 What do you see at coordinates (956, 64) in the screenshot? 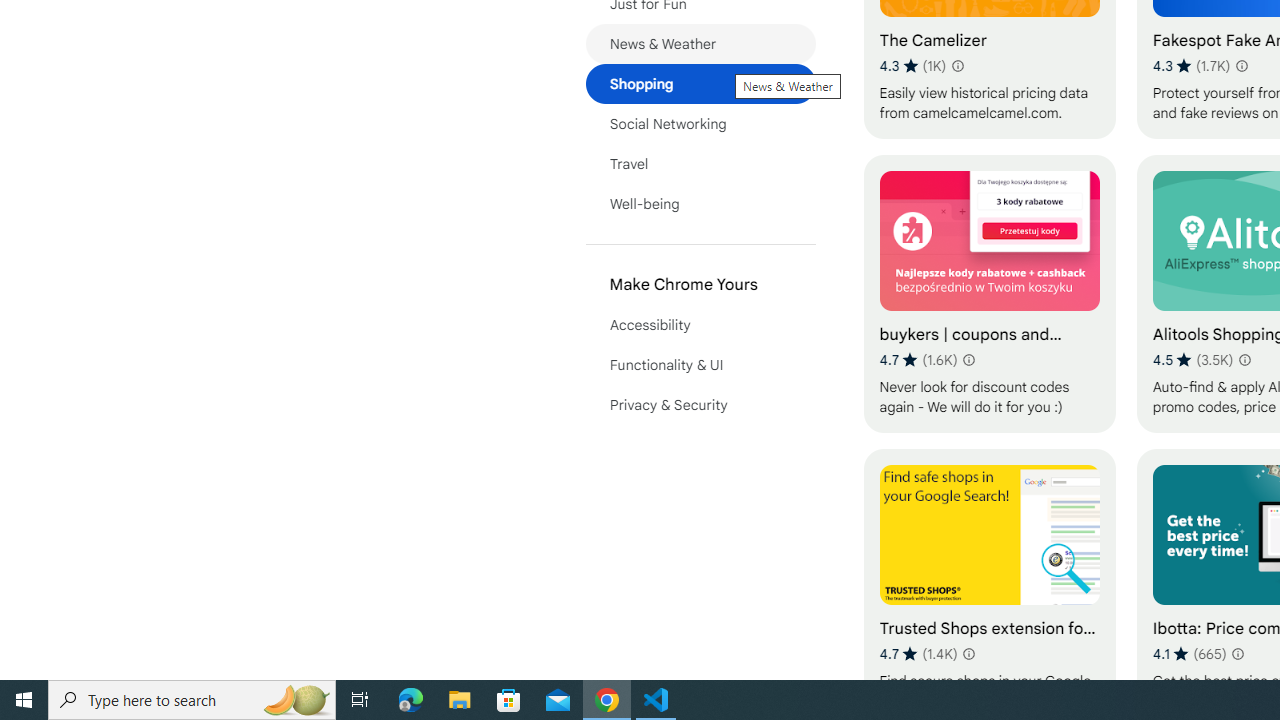
I see `'Learn more about results and reviews "The Camelizer"'` at bounding box center [956, 64].